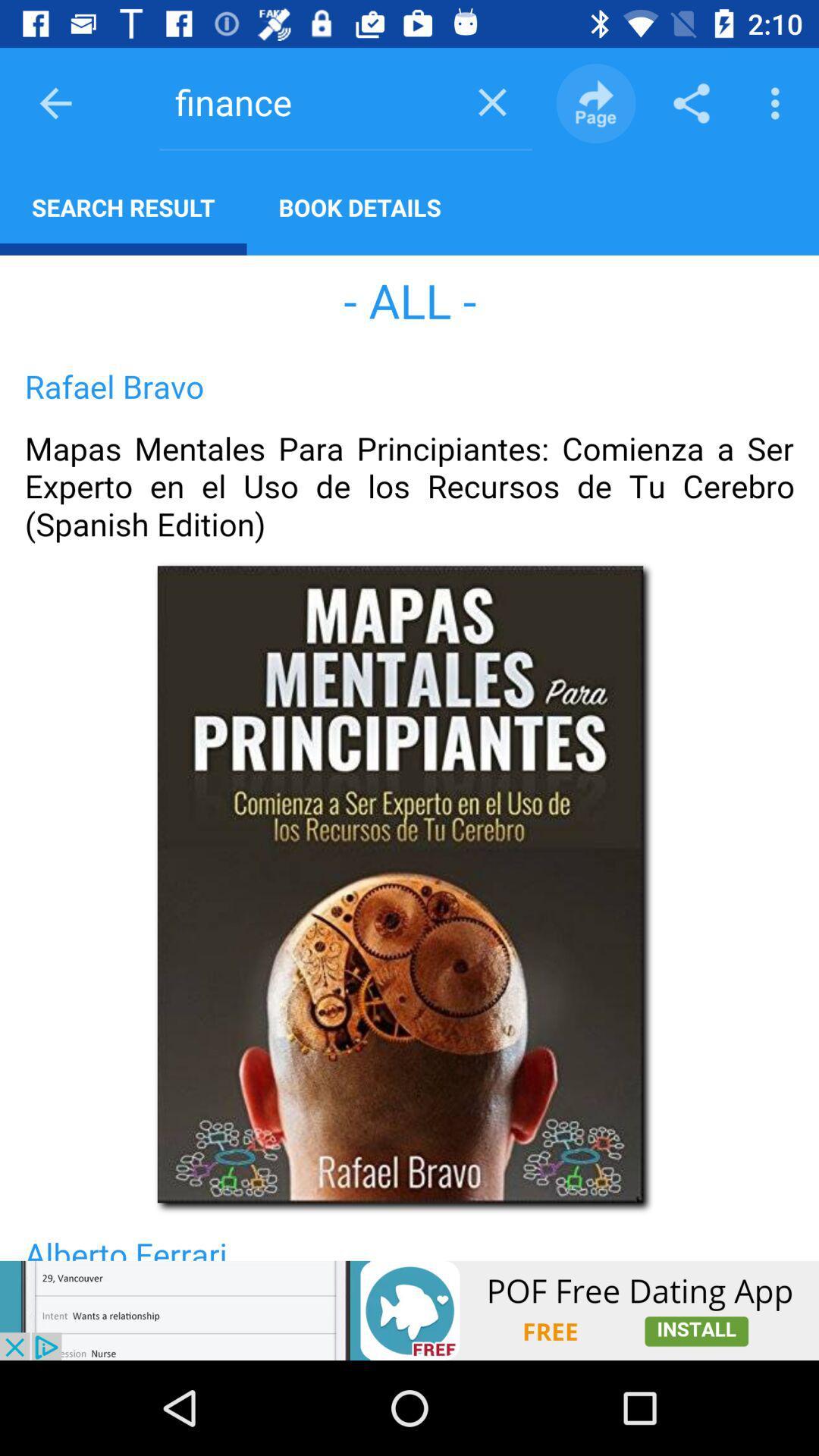 The height and width of the screenshot is (1456, 819). I want to click on the arrow_backward icon, so click(55, 102).